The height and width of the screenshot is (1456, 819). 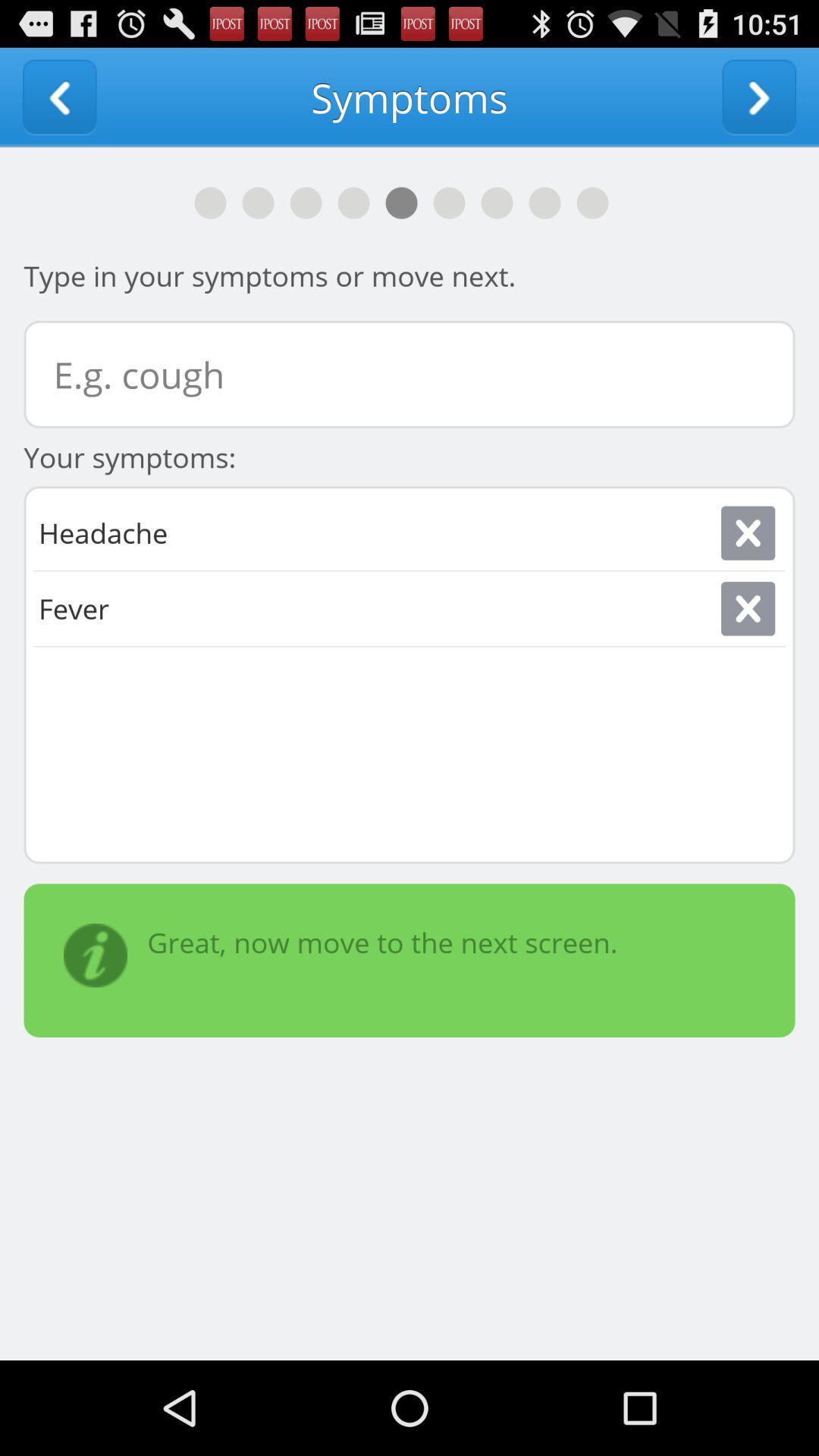 I want to click on symptoms textbox, so click(x=409, y=374).